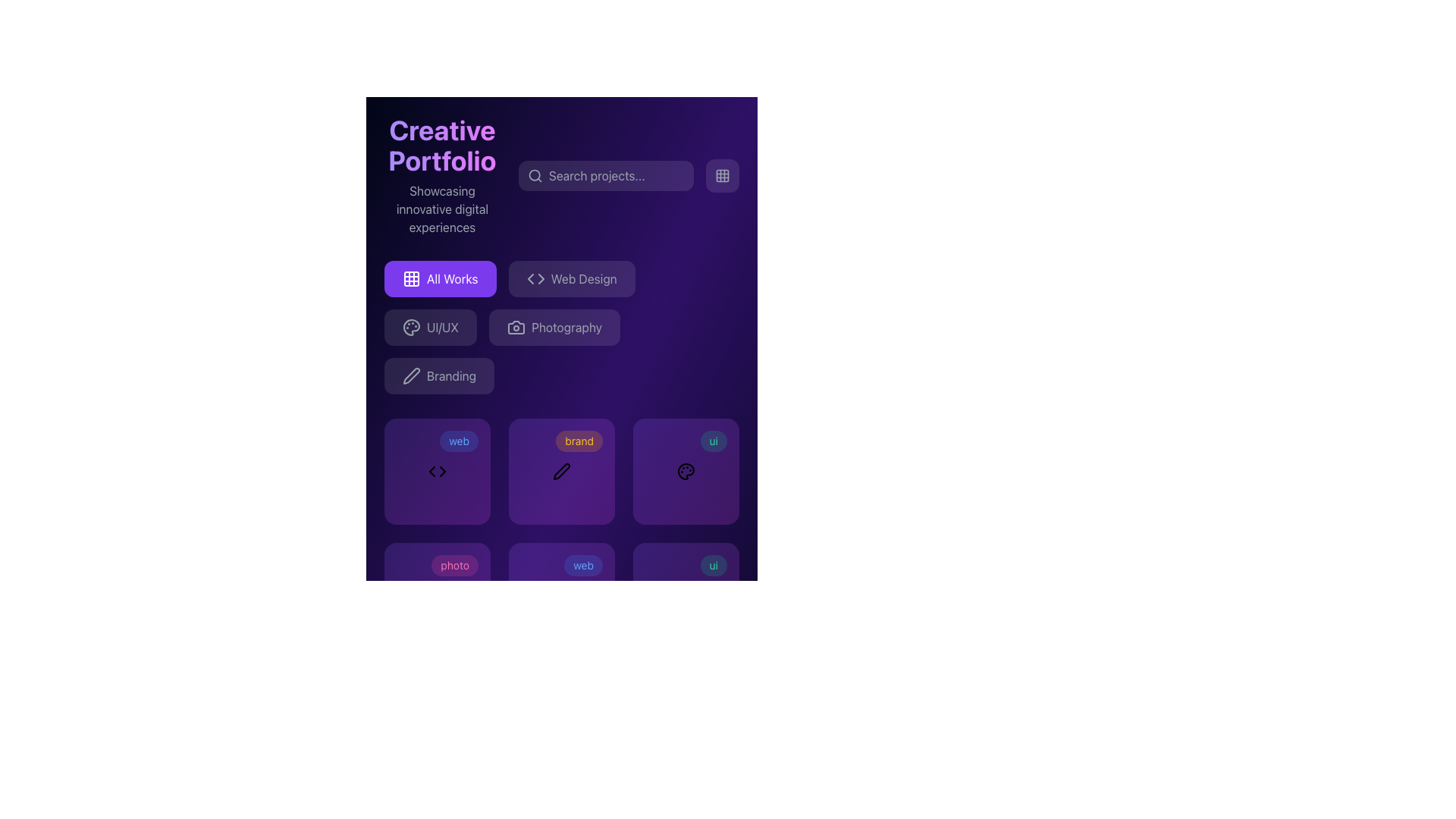 Image resolution: width=1456 pixels, height=819 pixels. What do you see at coordinates (411, 278) in the screenshot?
I see `the grid layout icon within the 'All Works' section` at bounding box center [411, 278].